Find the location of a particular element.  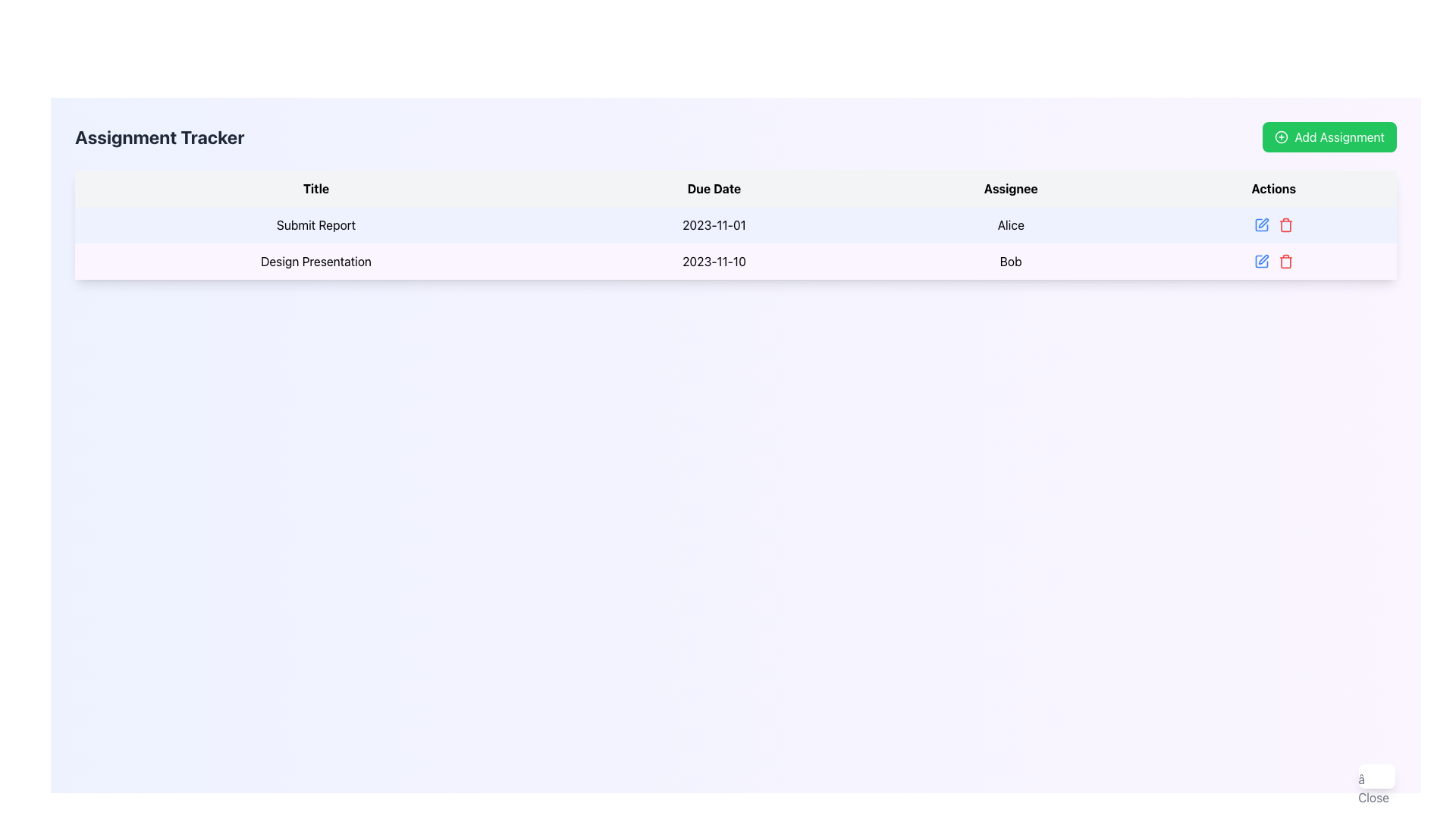

the small circular icon button located in the toolbar under the 'Actions' column for the 'Submit Report' row is located at coordinates (1273, 225).